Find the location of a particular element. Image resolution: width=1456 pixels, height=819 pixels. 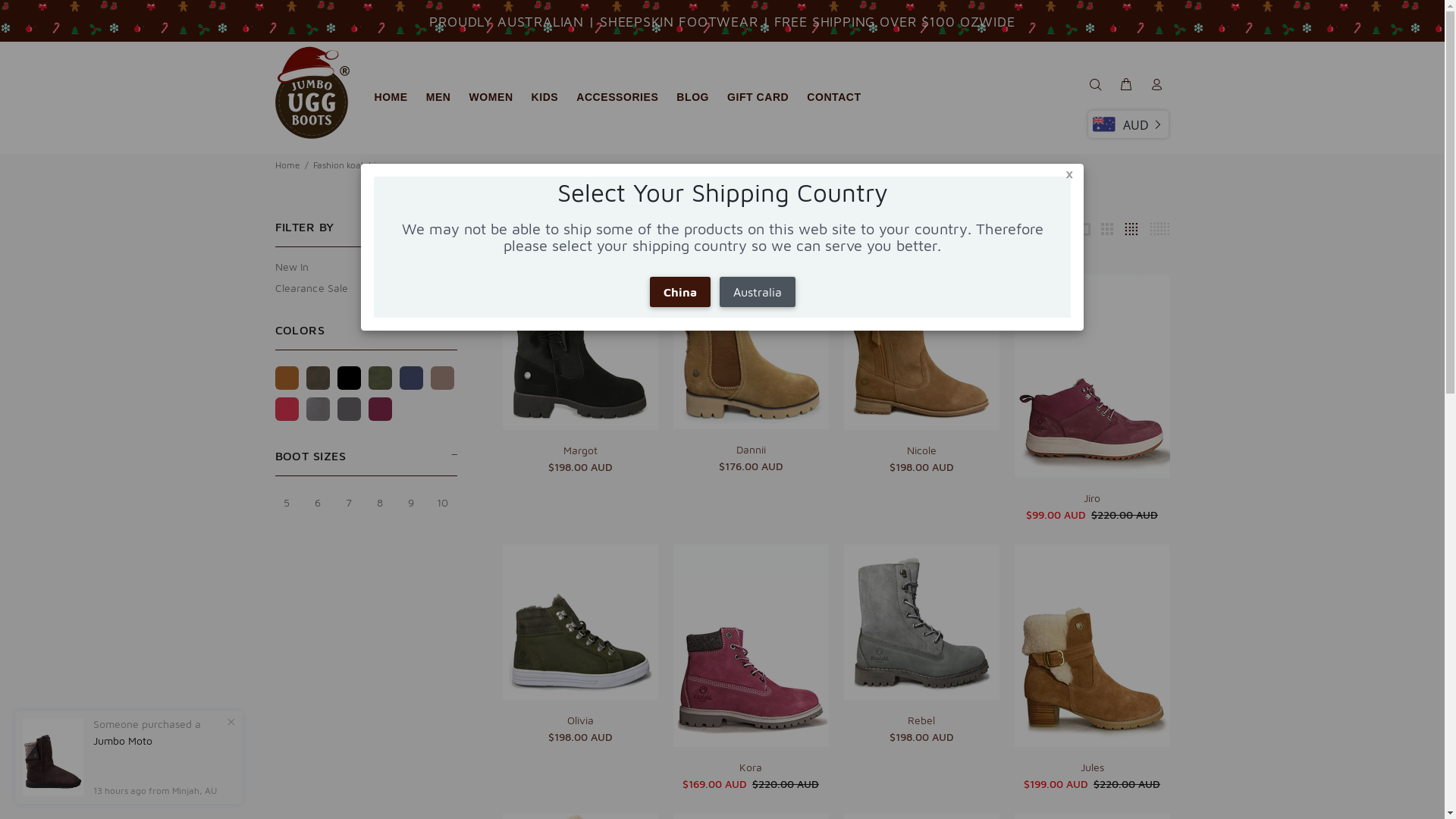

'New In' is located at coordinates (365, 265).